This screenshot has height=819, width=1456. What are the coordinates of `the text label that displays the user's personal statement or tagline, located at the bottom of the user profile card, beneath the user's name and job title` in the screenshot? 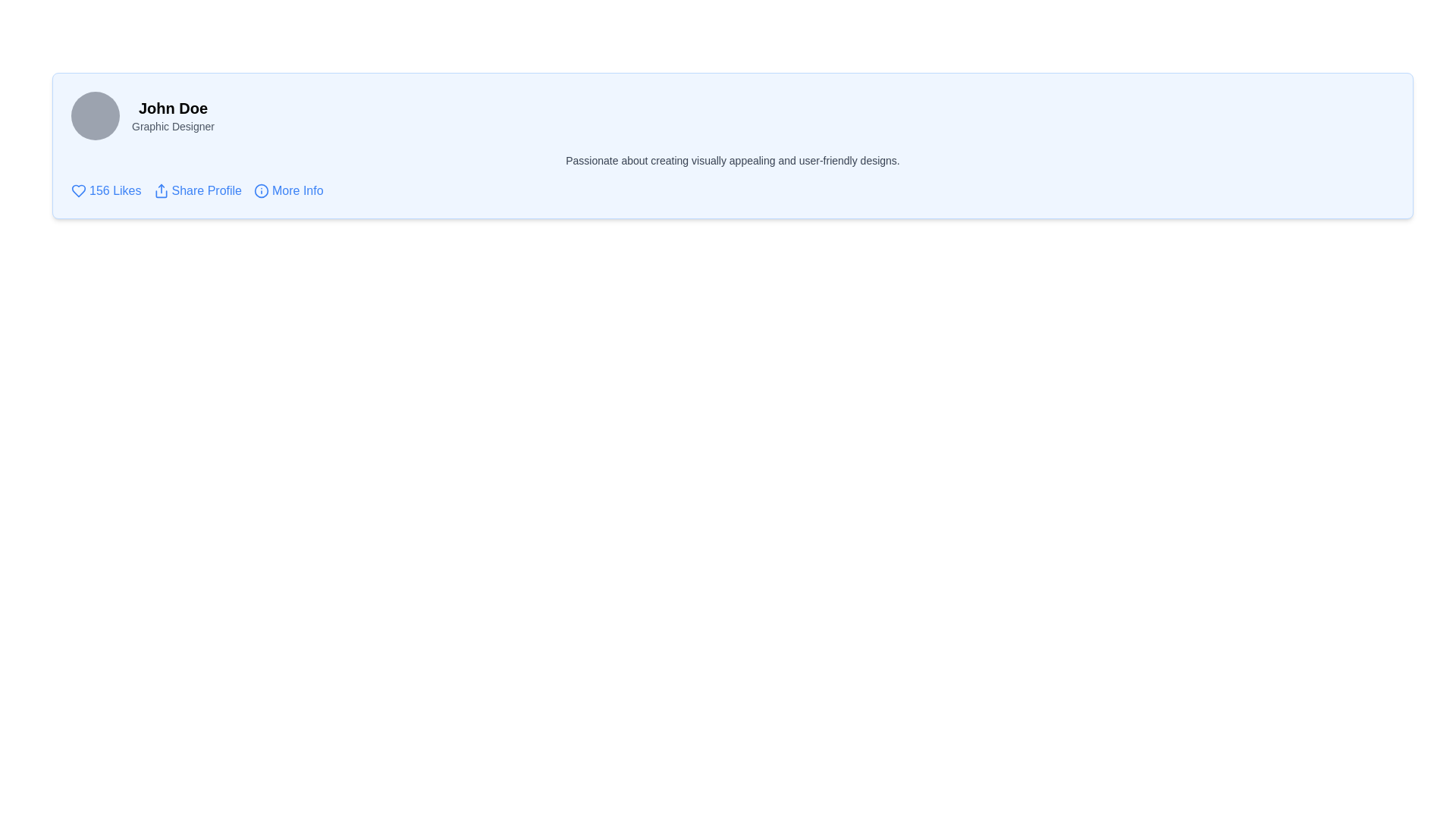 It's located at (733, 161).